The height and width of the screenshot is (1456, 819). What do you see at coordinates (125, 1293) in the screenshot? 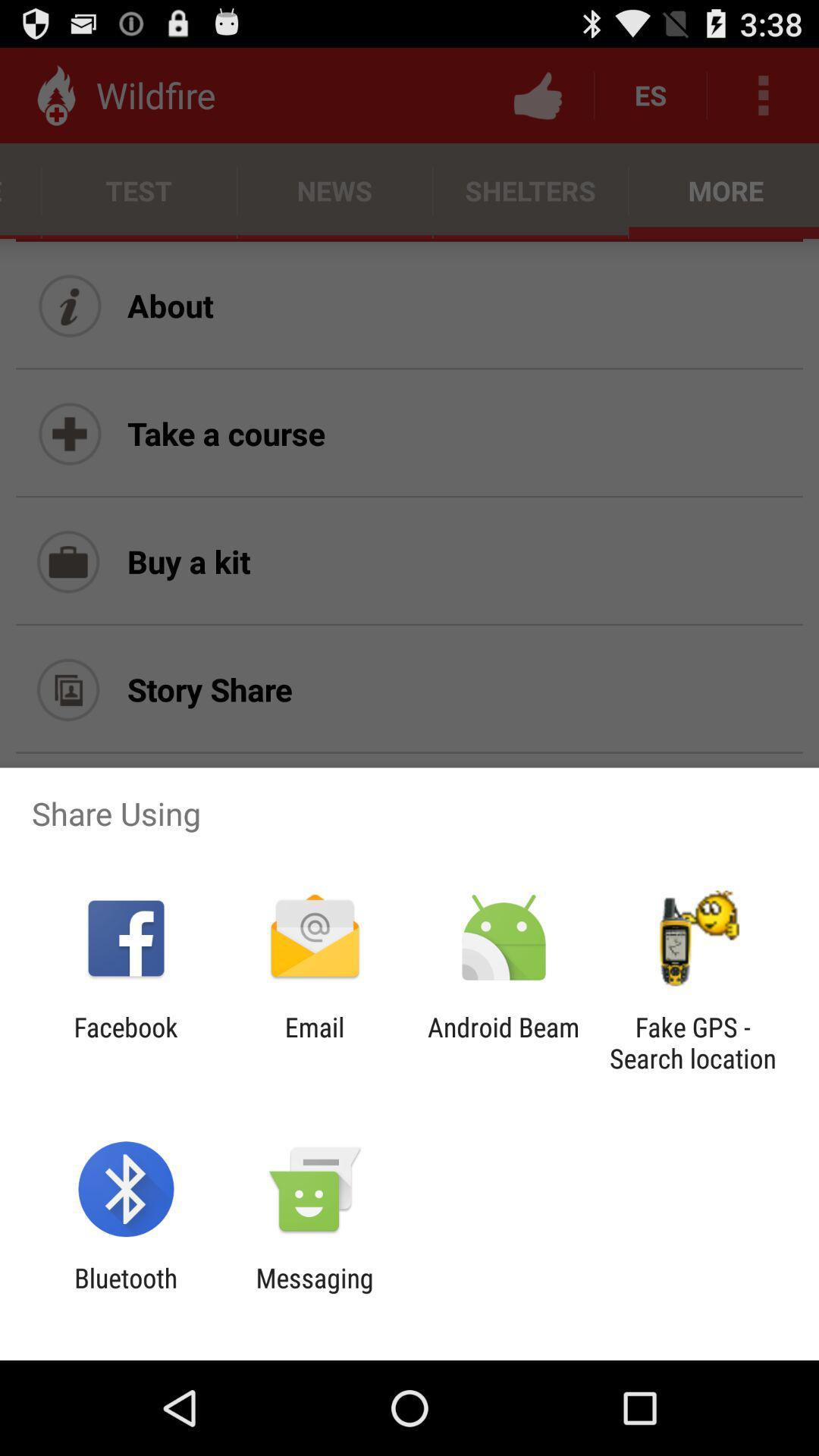
I see `the app next to the messaging item` at bounding box center [125, 1293].